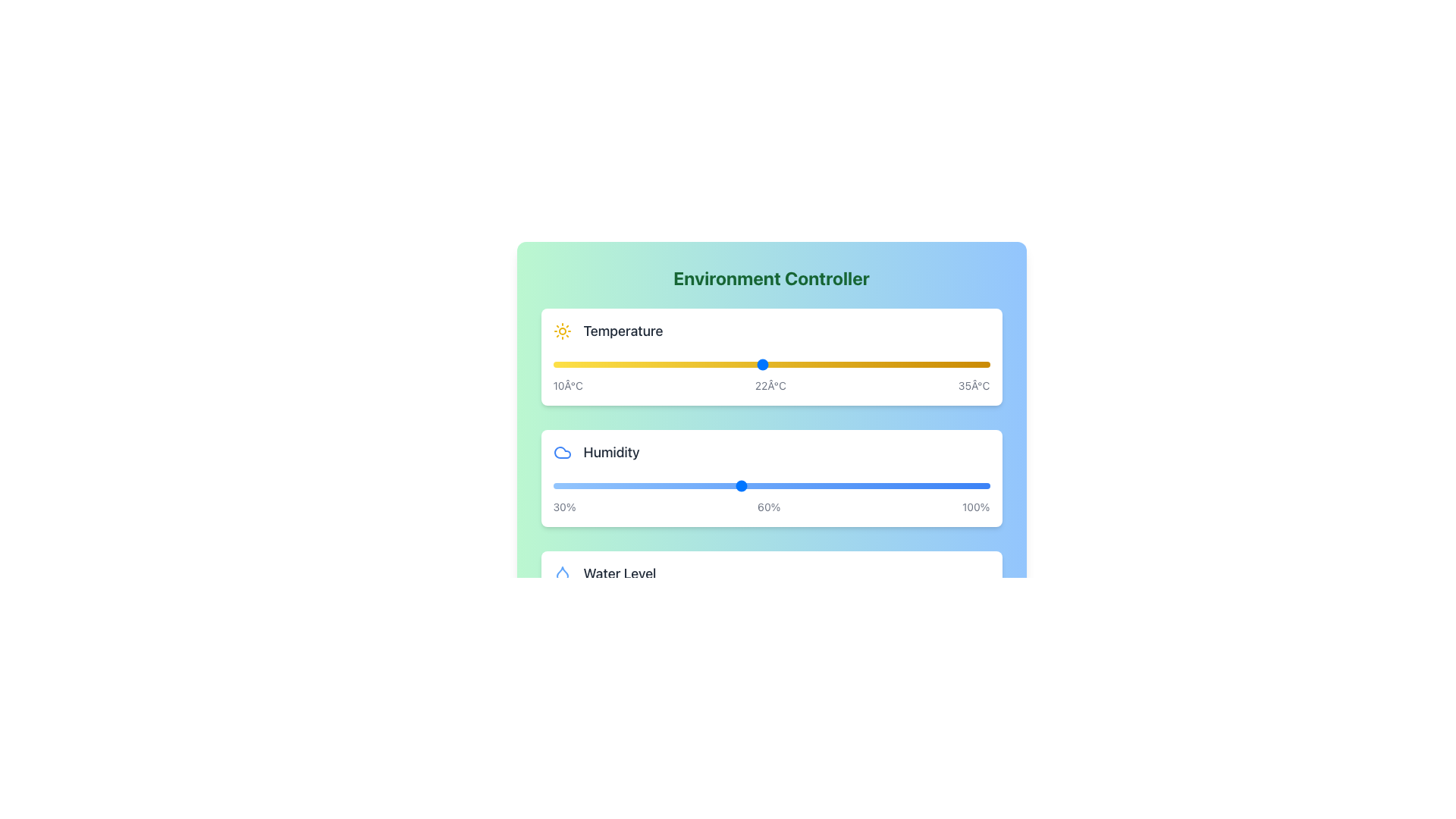  I want to click on the cloud icon representing the 'Humidity' section, located on the left side of the 'Humidity' label, so click(561, 452).